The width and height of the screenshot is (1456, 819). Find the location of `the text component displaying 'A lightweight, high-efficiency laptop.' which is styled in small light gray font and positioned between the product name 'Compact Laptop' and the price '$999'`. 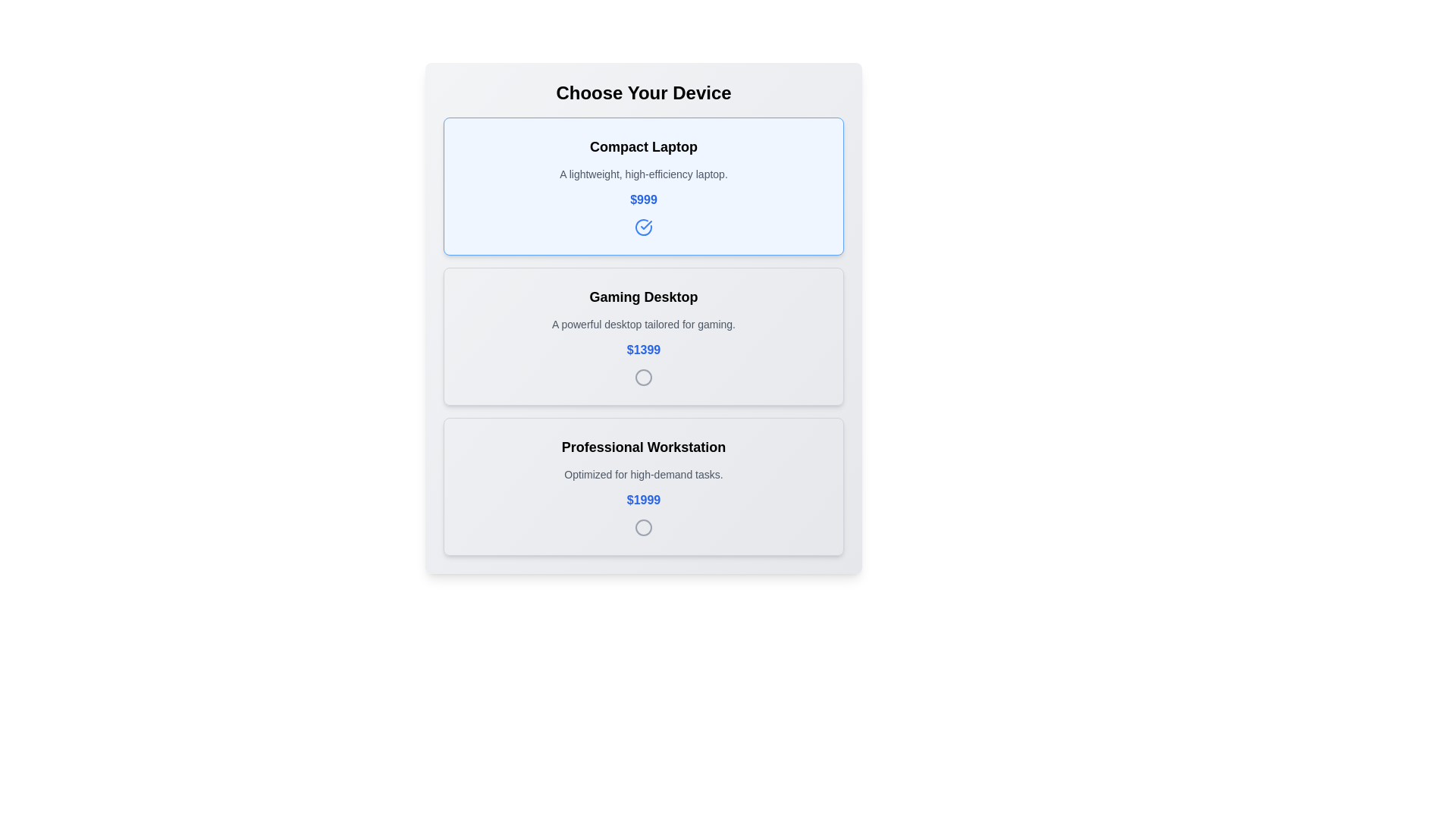

the text component displaying 'A lightweight, high-efficiency laptop.' which is styled in small light gray font and positioned between the product name 'Compact Laptop' and the price '$999' is located at coordinates (644, 174).